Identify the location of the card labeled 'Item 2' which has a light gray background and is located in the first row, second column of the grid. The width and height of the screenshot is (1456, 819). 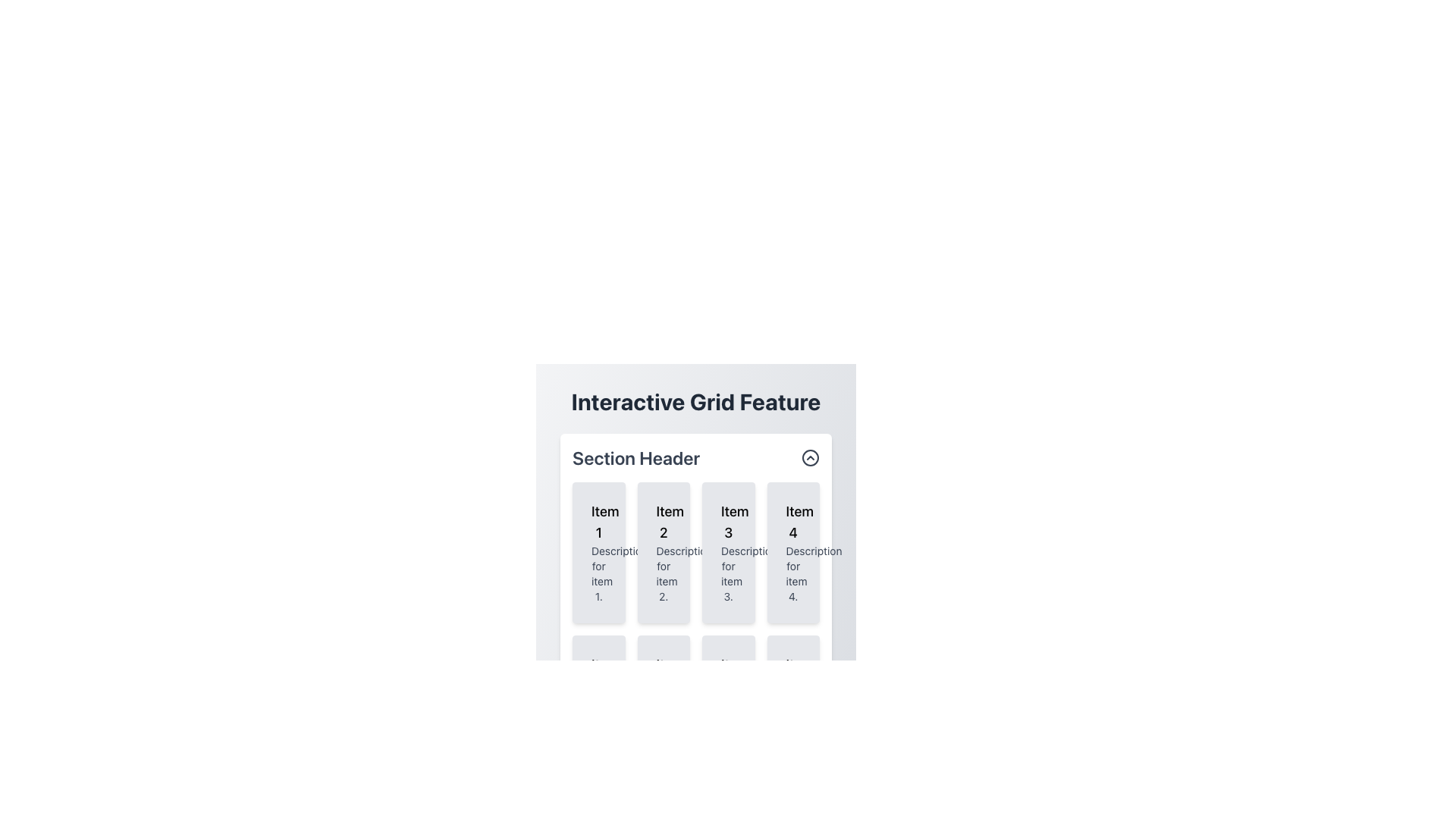
(664, 553).